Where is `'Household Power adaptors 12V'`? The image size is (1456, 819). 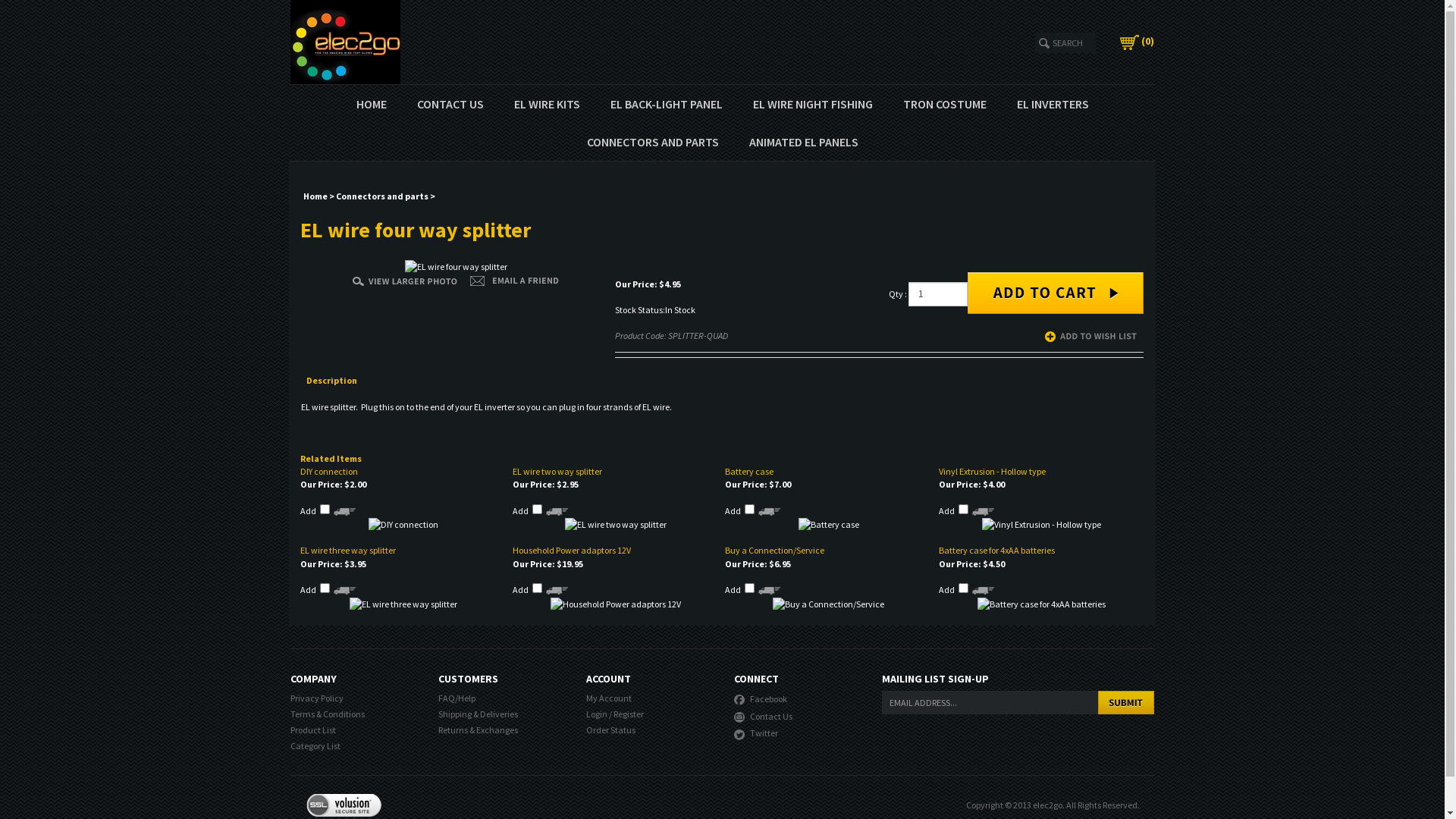 'Household Power adaptors 12V' is located at coordinates (570, 550).